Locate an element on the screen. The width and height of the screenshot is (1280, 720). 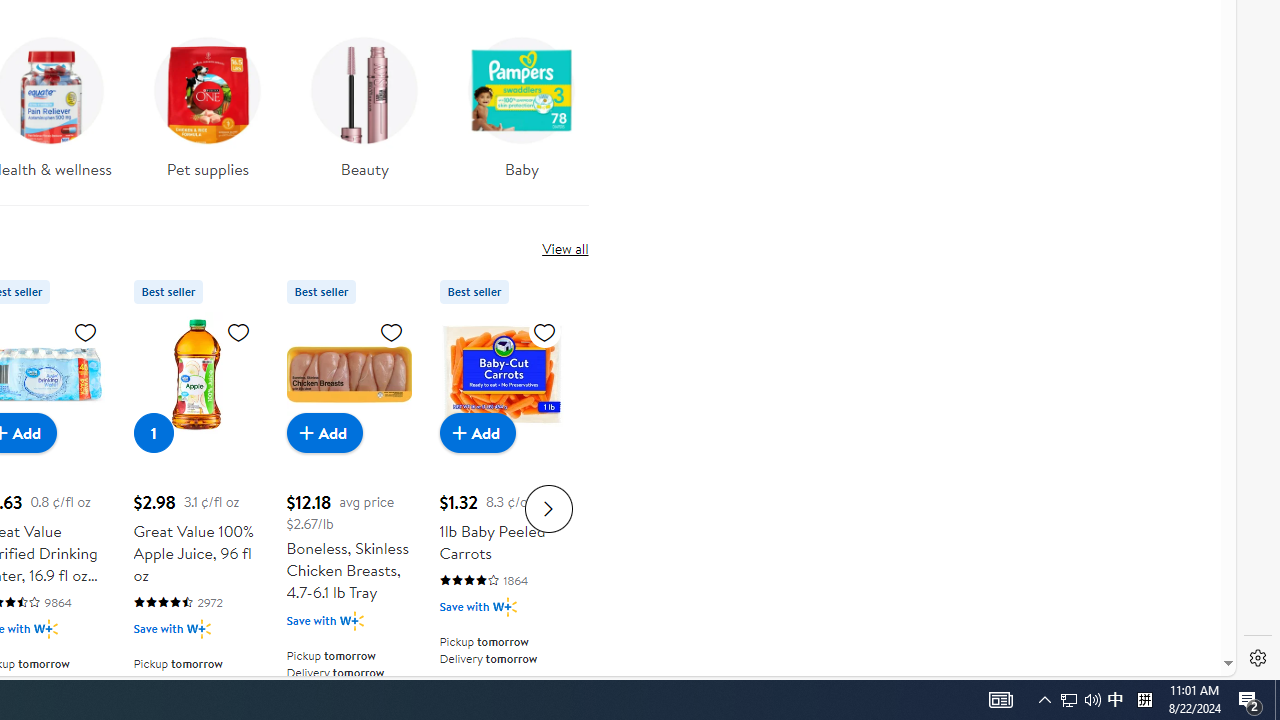
'Beauty' is located at coordinates (364, 114).